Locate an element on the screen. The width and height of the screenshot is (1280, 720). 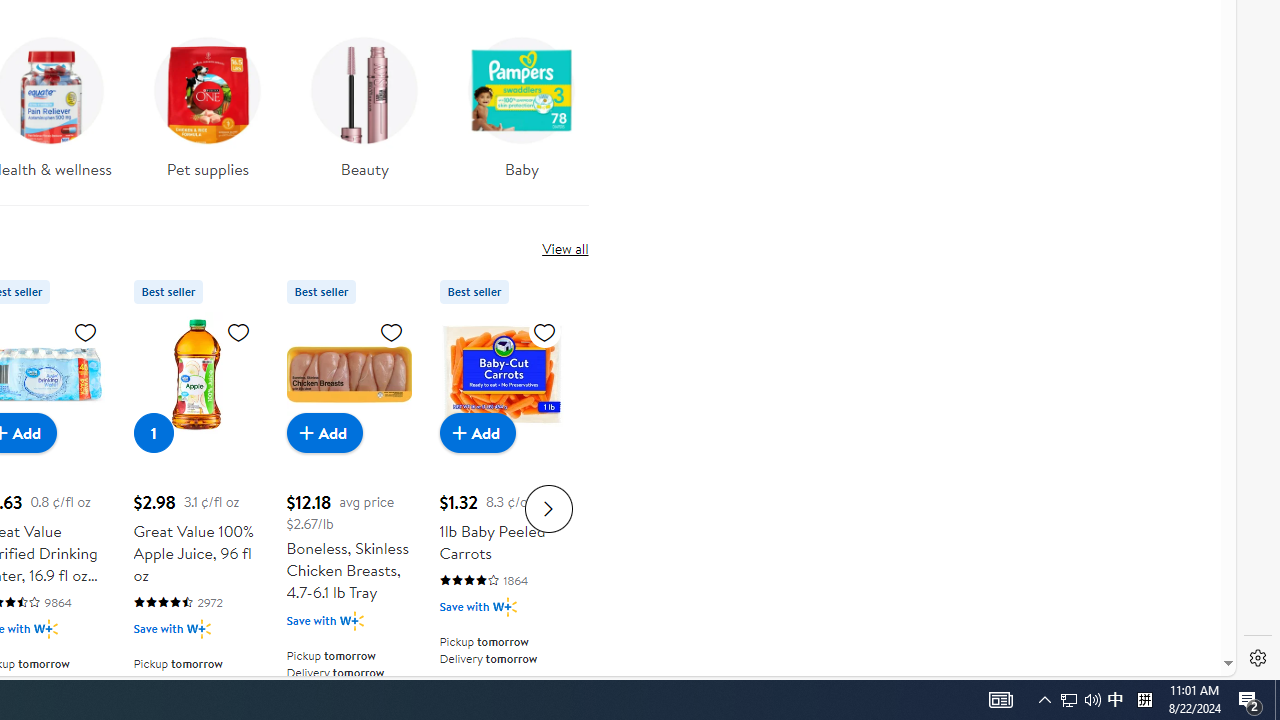
'Beauty' is located at coordinates (364, 114).